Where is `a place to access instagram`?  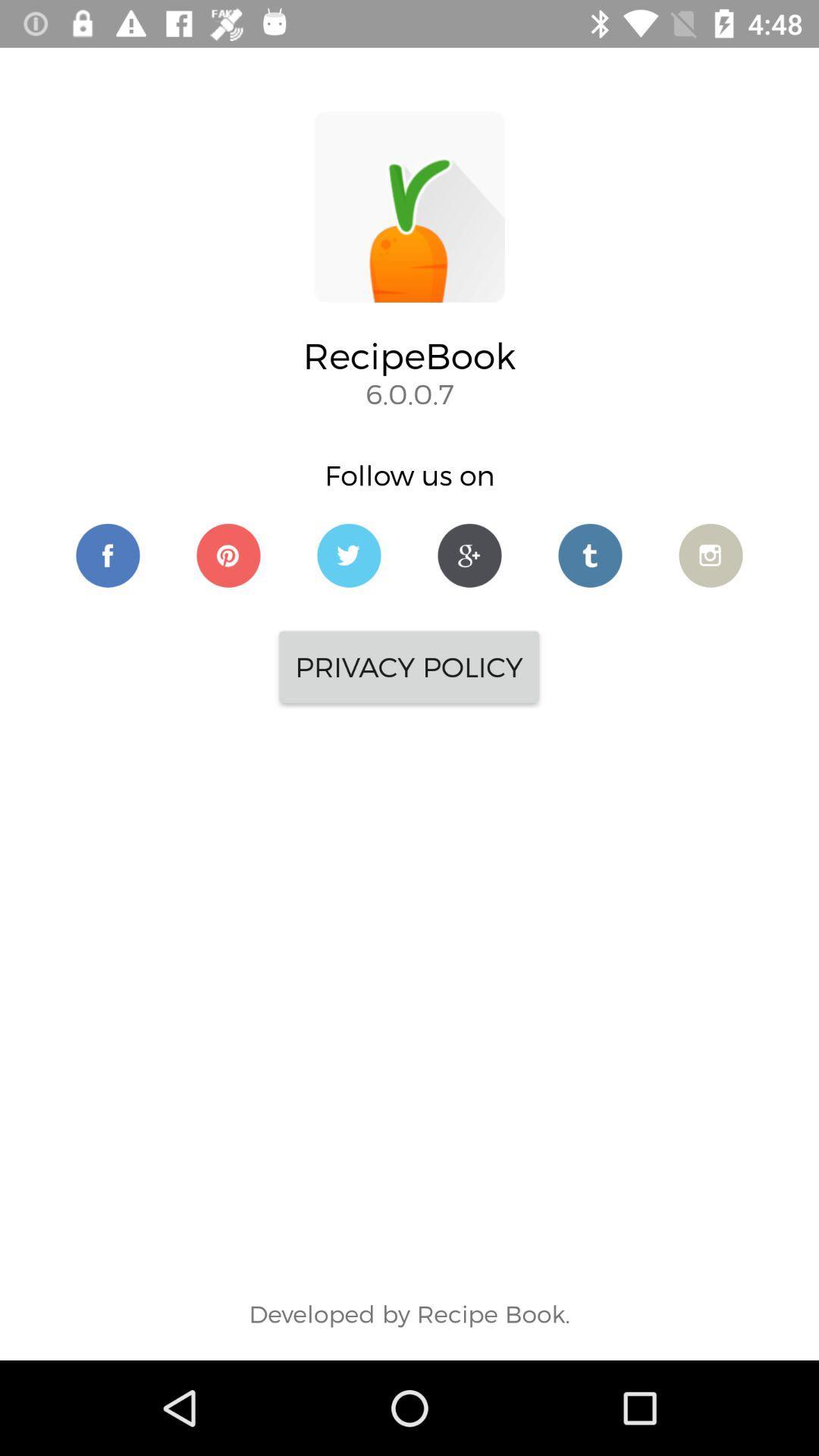 a place to access instagram is located at coordinates (711, 554).